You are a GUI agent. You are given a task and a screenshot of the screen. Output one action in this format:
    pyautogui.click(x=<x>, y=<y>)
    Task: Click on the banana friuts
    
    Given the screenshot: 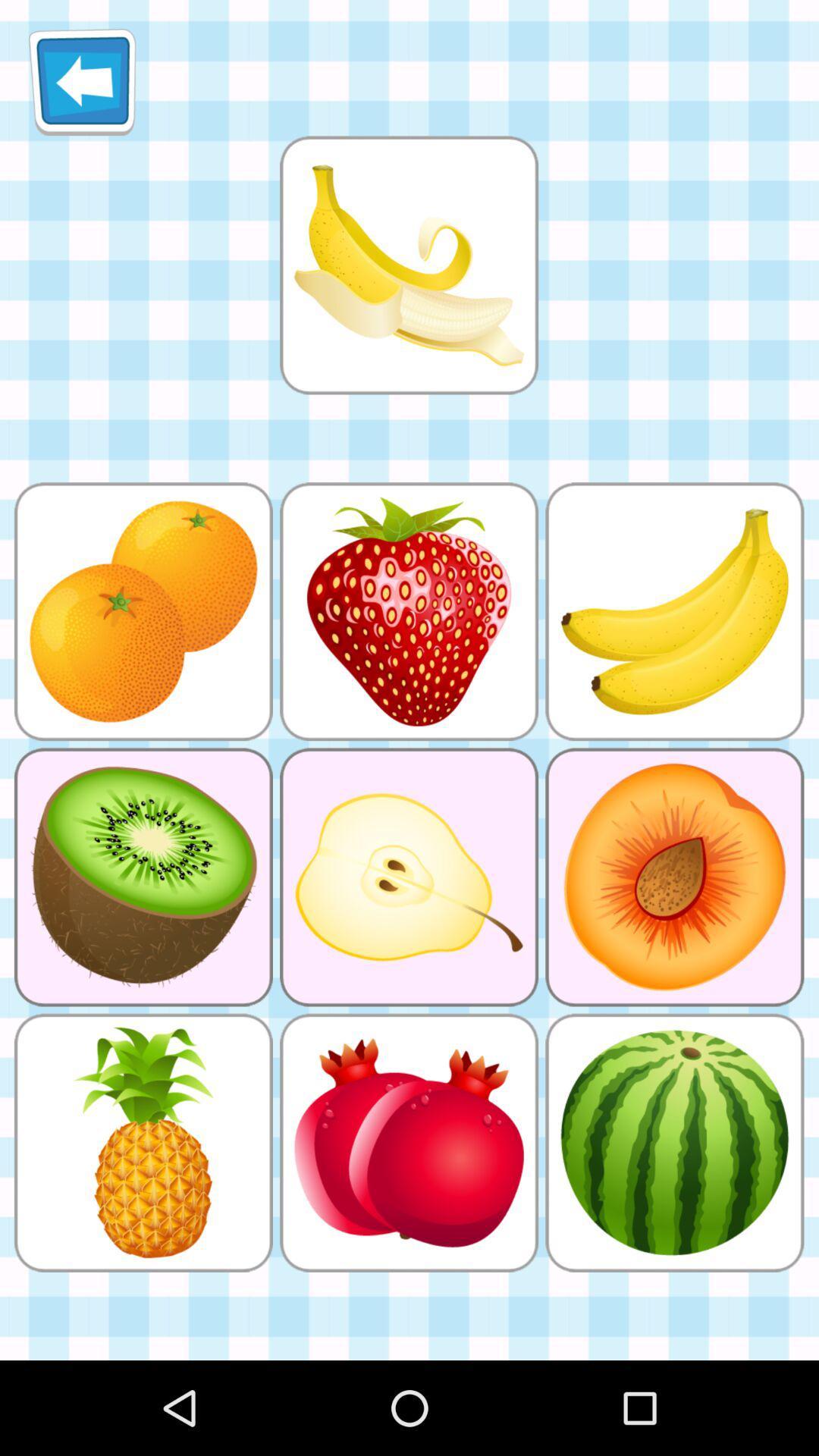 What is the action you would take?
    pyautogui.click(x=408, y=265)
    